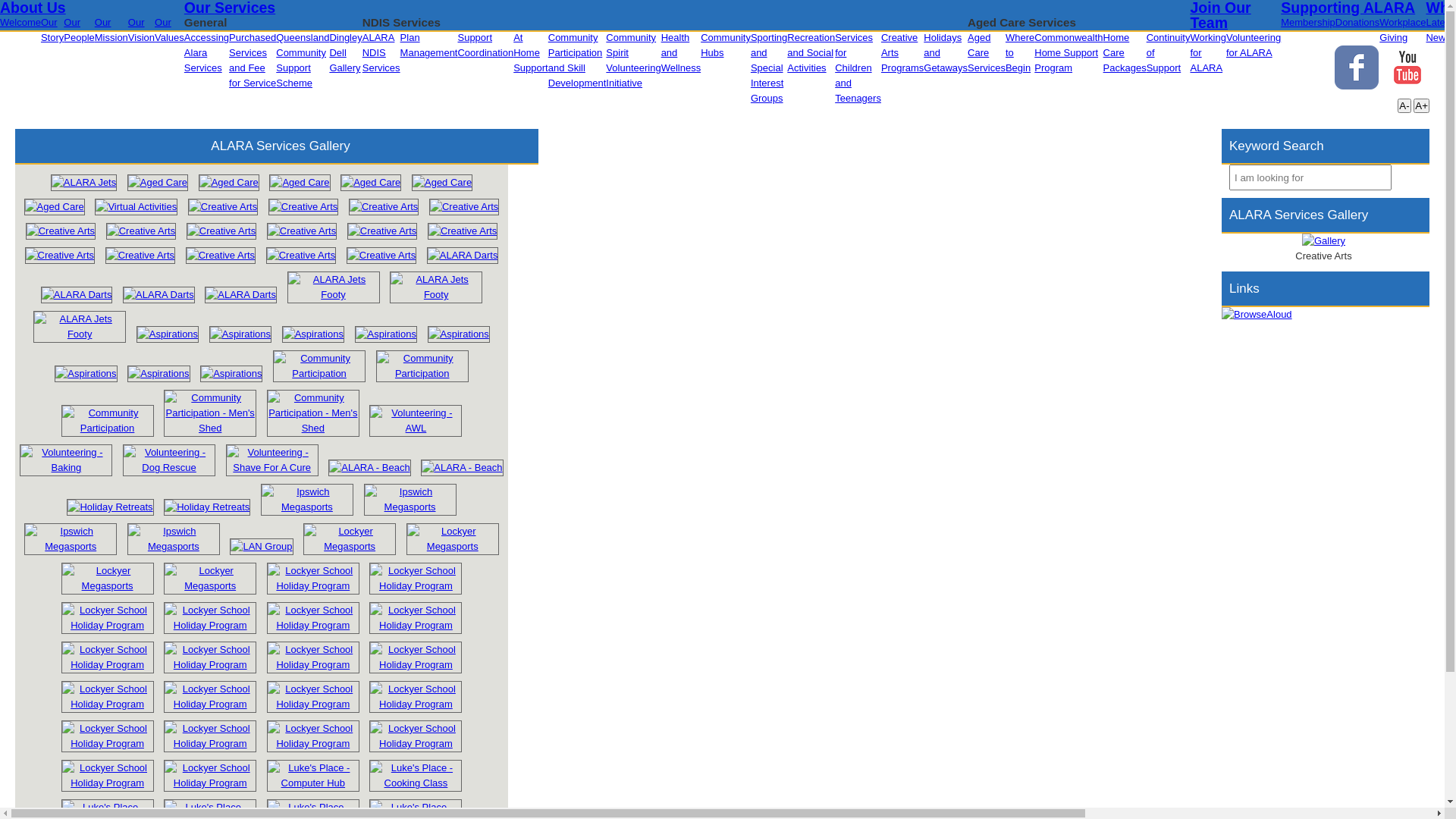 The image size is (1456, 819). Describe the element at coordinates (1401, 30) in the screenshot. I see `'Workplace Giving'` at that location.